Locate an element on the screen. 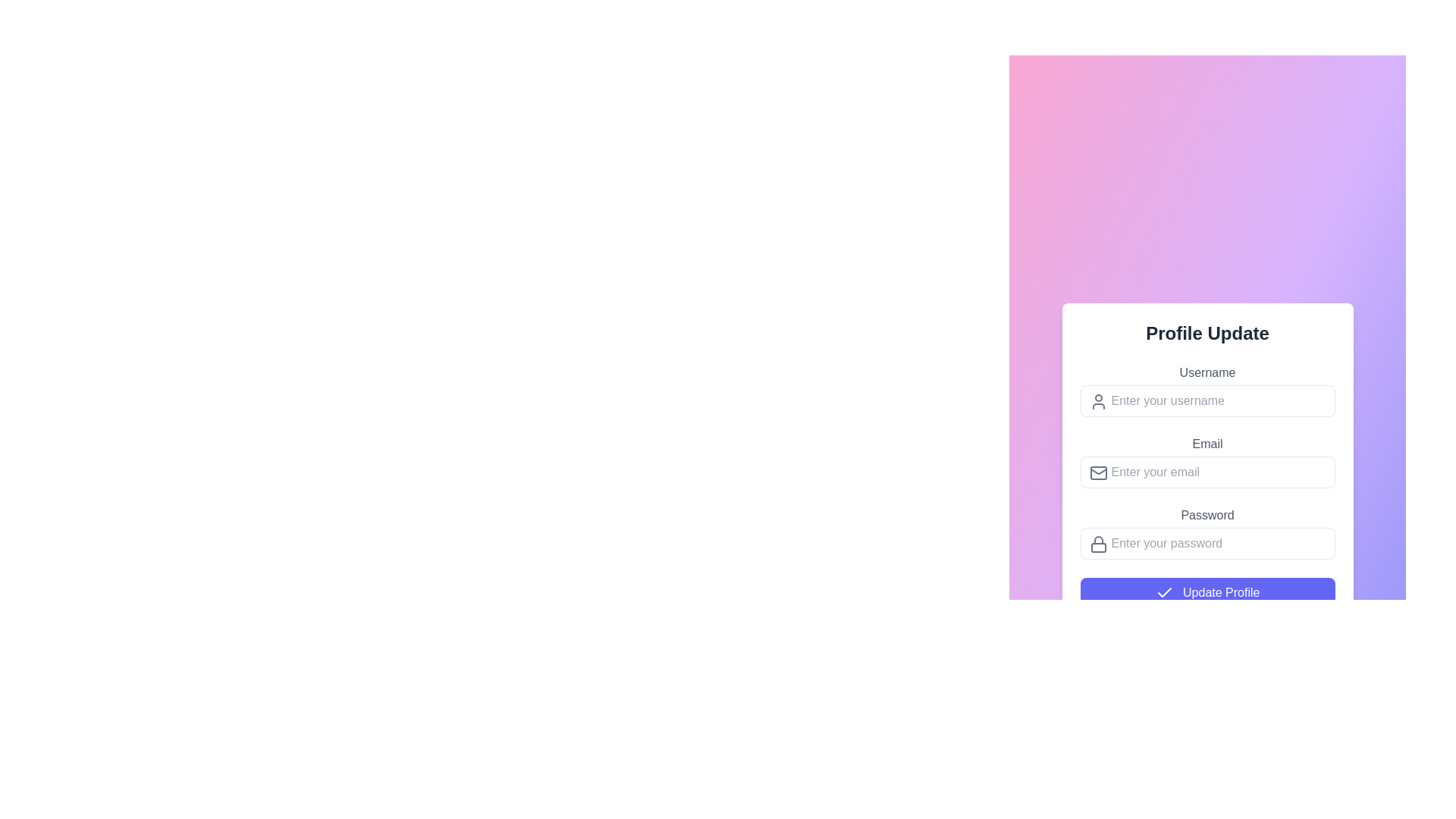  the small, circular checkmark icon located on the left side of the 'Update Profile' button, which has a bold outline and a slight upward slant is located at coordinates (1163, 592).